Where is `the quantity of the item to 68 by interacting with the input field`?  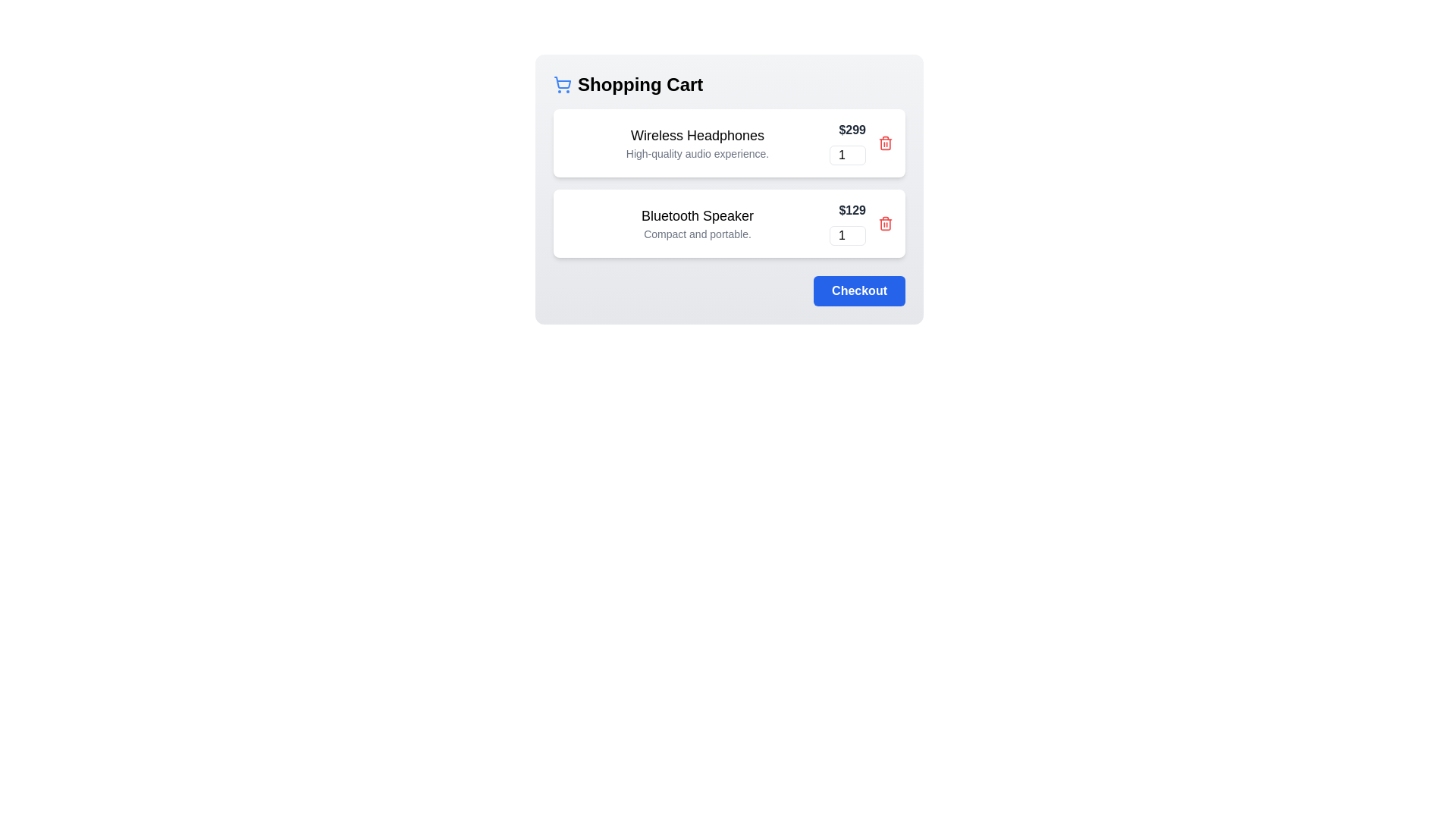 the quantity of the item to 68 by interacting with the input field is located at coordinates (847, 155).